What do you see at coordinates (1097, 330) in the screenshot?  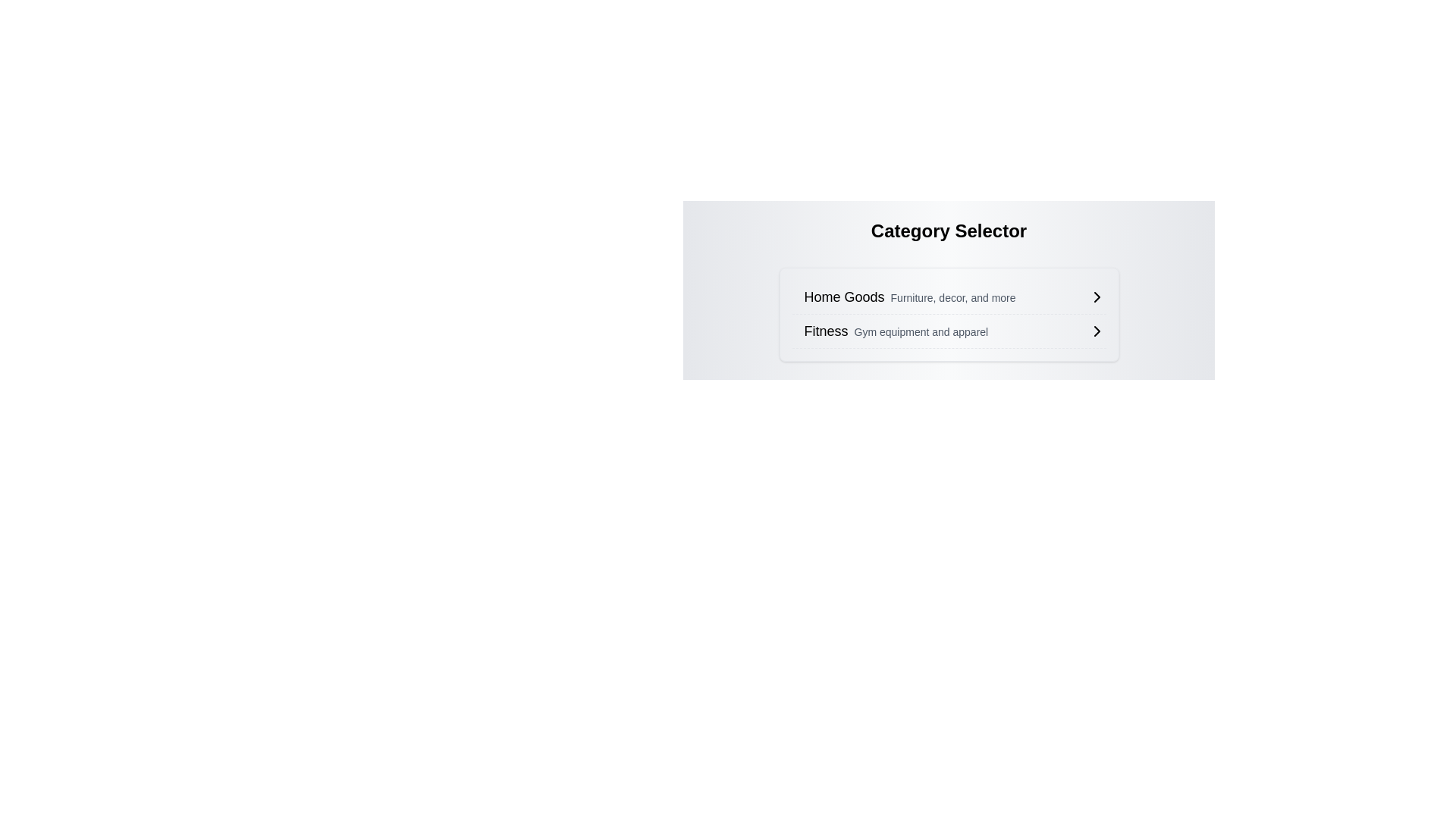 I see `the rightward-pointing chevron icon styled in black, located at the right end of the 'Fitness' text` at bounding box center [1097, 330].